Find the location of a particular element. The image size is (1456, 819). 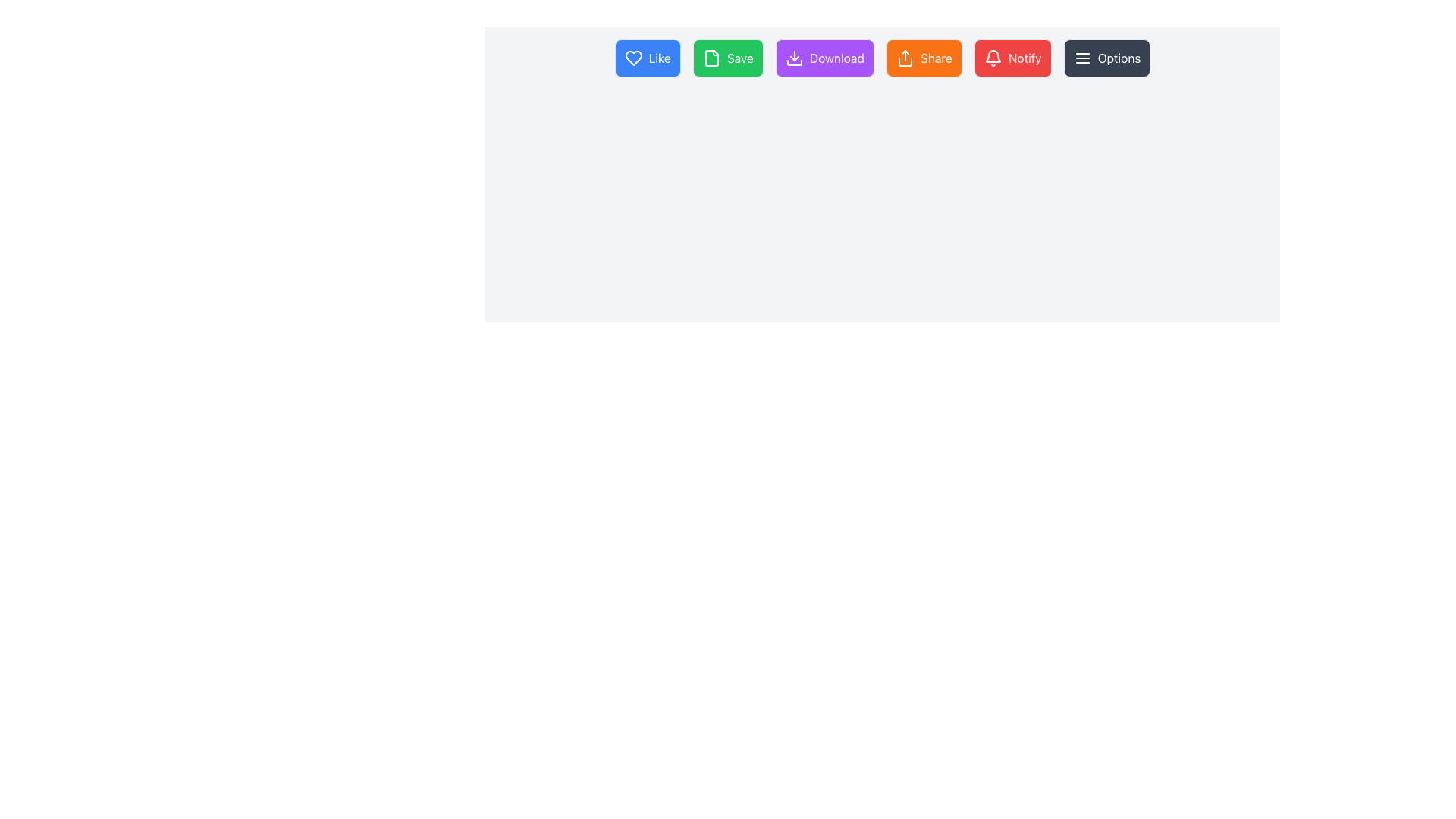

the graphical line in the 'Share' icon, which is located at the bottom center of the button and contributes to the representation of the share action is located at coordinates (905, 61).